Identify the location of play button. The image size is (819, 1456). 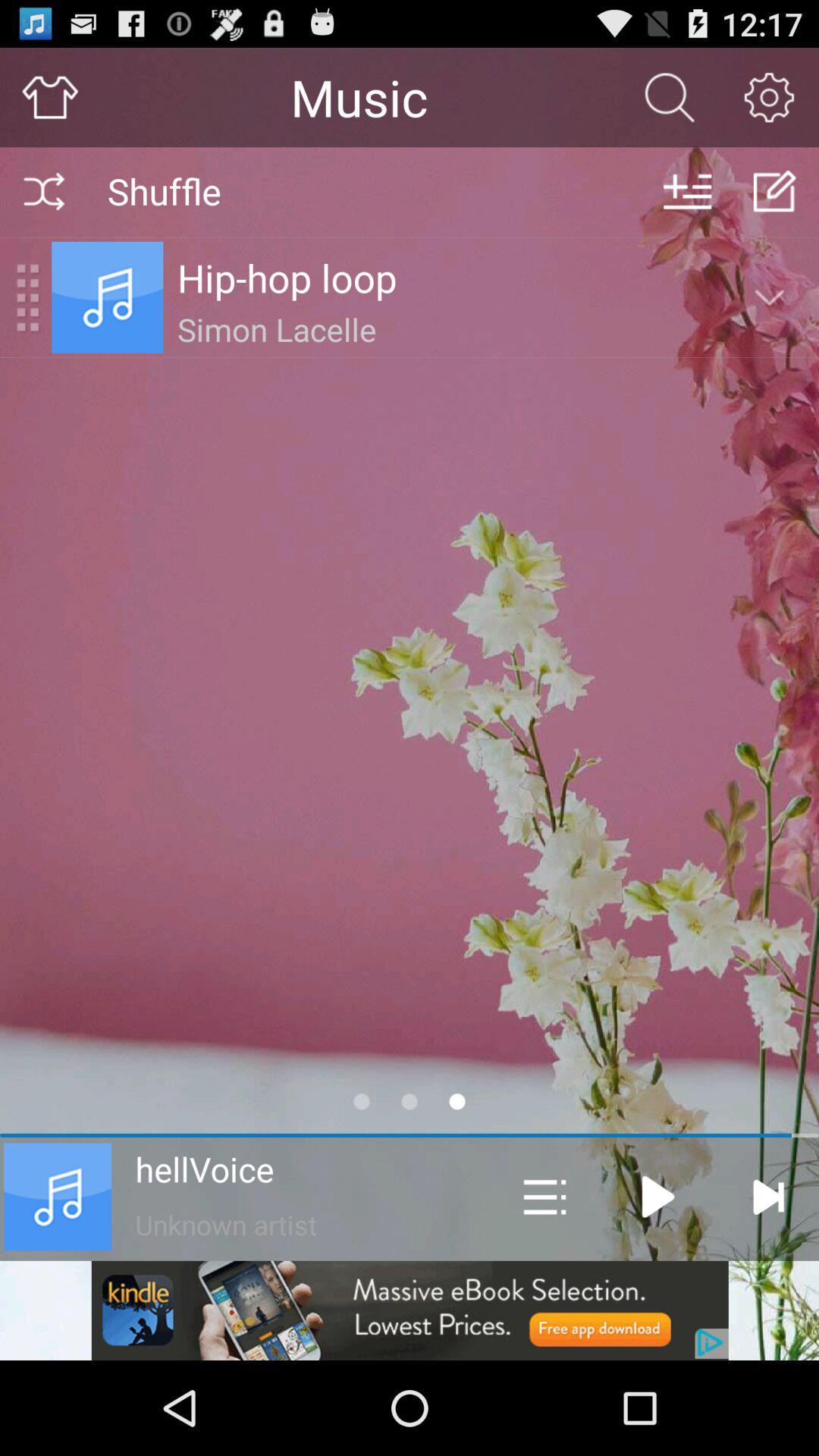
(657, 1196).